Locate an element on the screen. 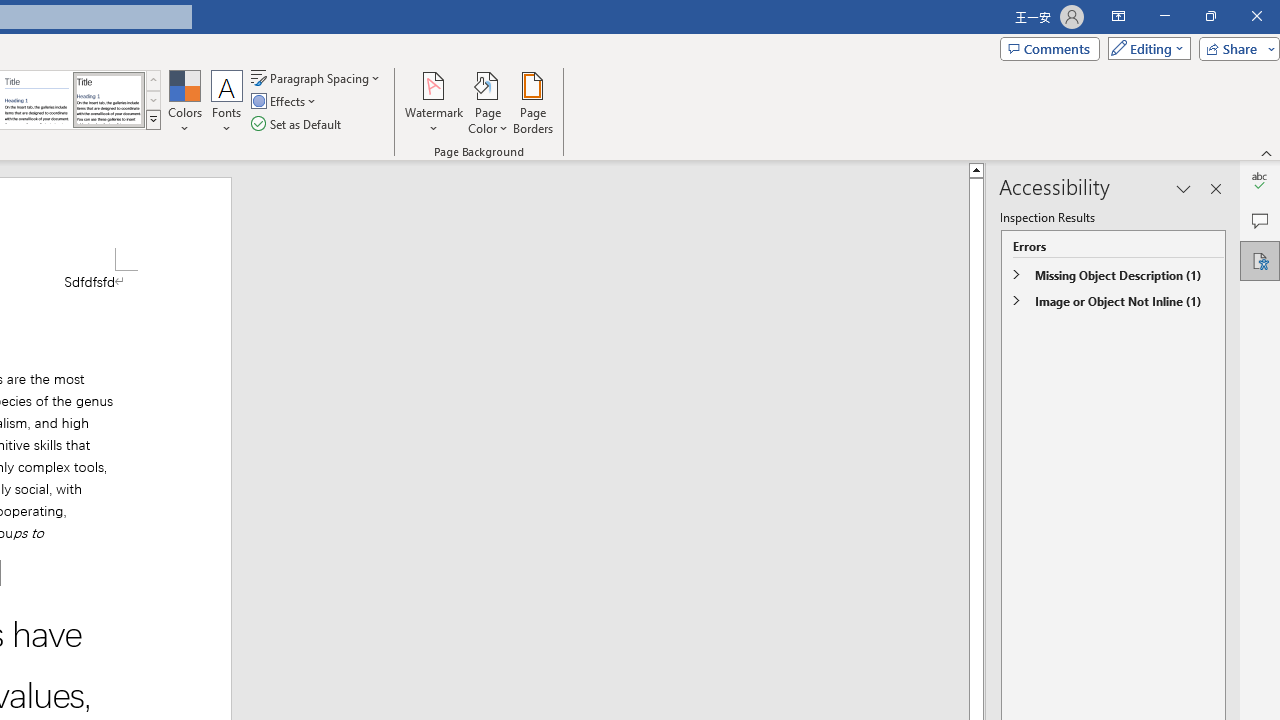  'Set as Default' is located at coordinates (297, 124).